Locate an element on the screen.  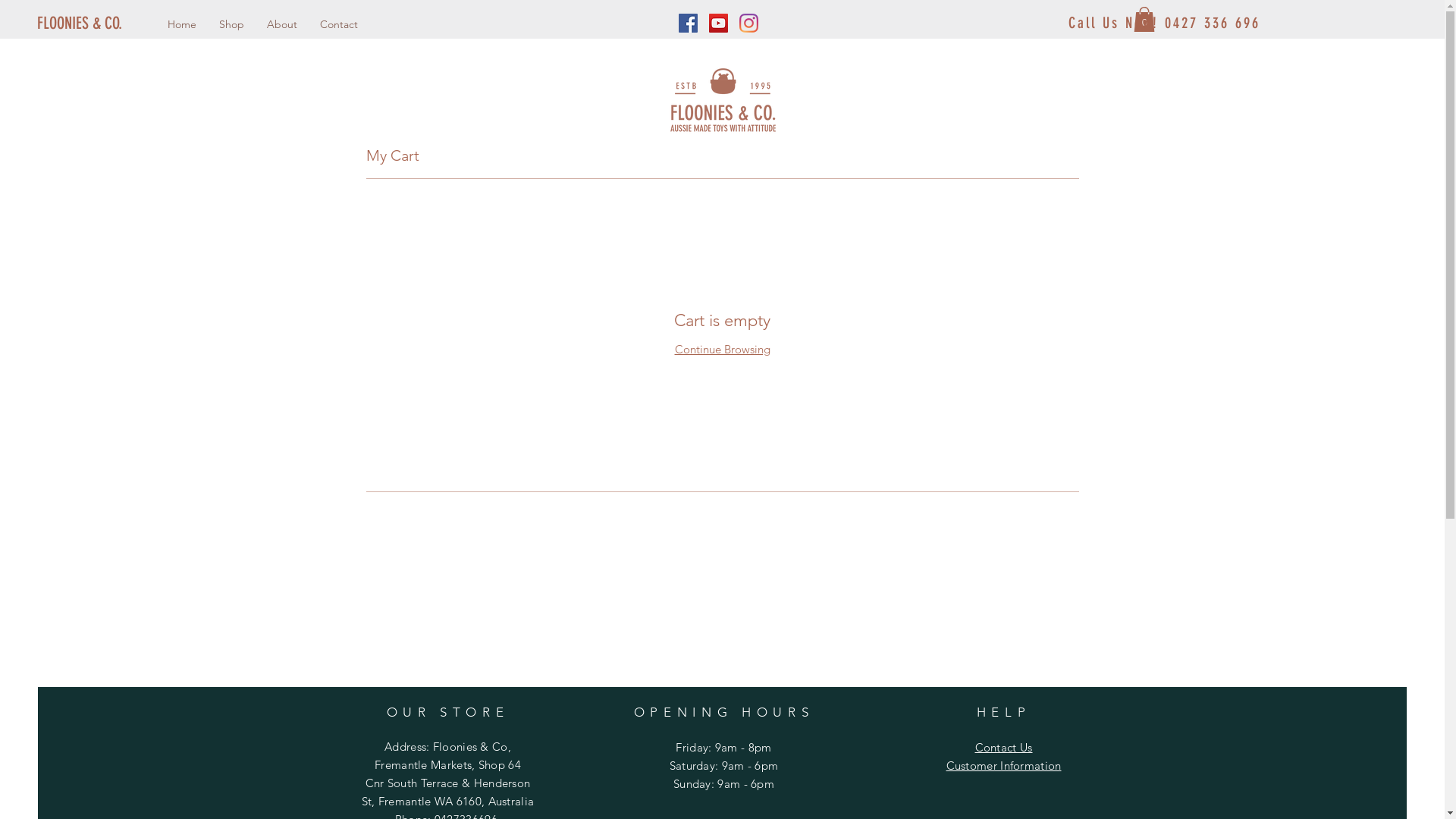
'Home' is located at coordinates (182, 24).